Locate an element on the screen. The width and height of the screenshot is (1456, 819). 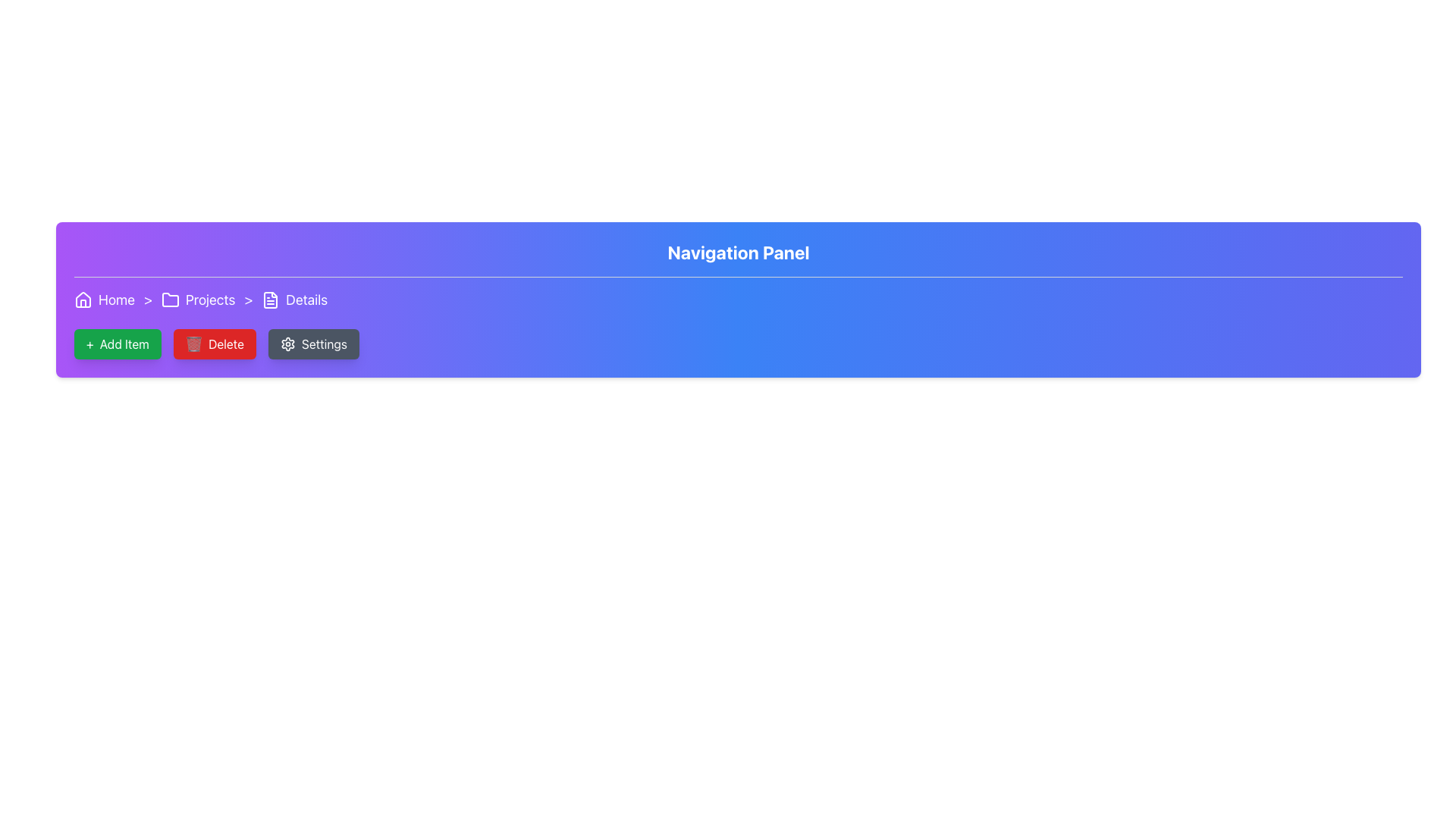
the purple-tinted document icon representing the 'Details' breadcrumb item is located at coordinates (271, 300).